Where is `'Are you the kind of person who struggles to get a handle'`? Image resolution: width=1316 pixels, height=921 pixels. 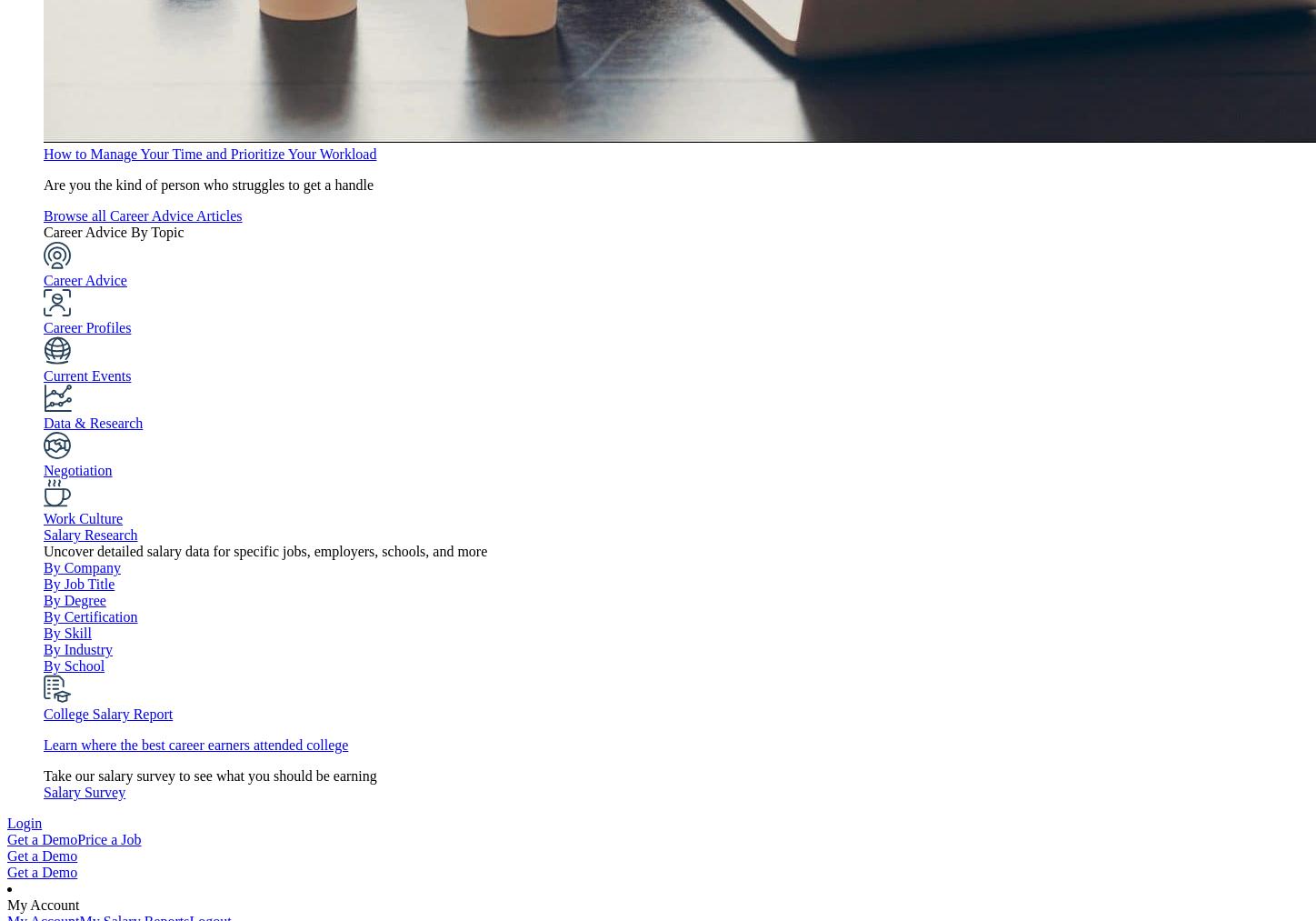 'Are you the kind of person who struggles to get a handle' is located at coordinates (208, 184).